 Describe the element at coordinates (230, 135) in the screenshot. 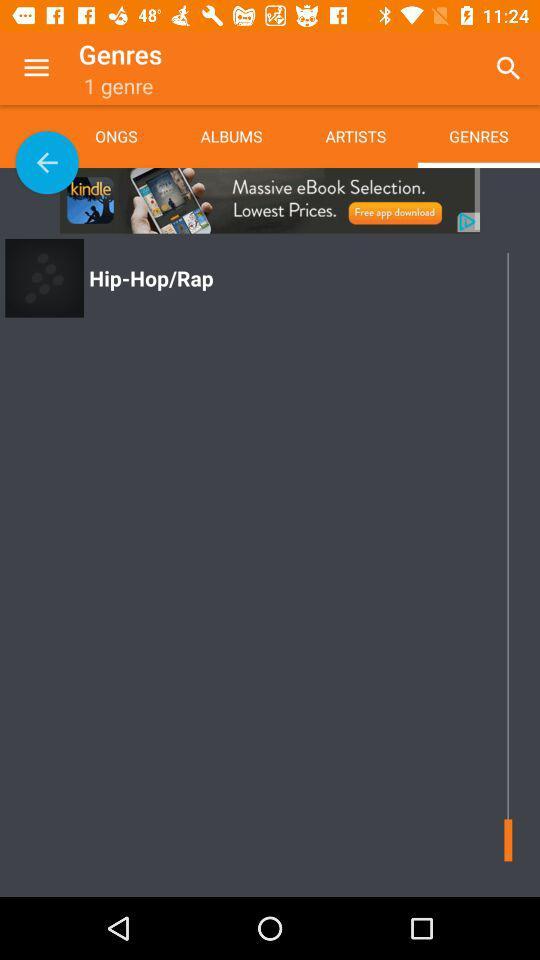

I see `icon to the right of songs` at that location.